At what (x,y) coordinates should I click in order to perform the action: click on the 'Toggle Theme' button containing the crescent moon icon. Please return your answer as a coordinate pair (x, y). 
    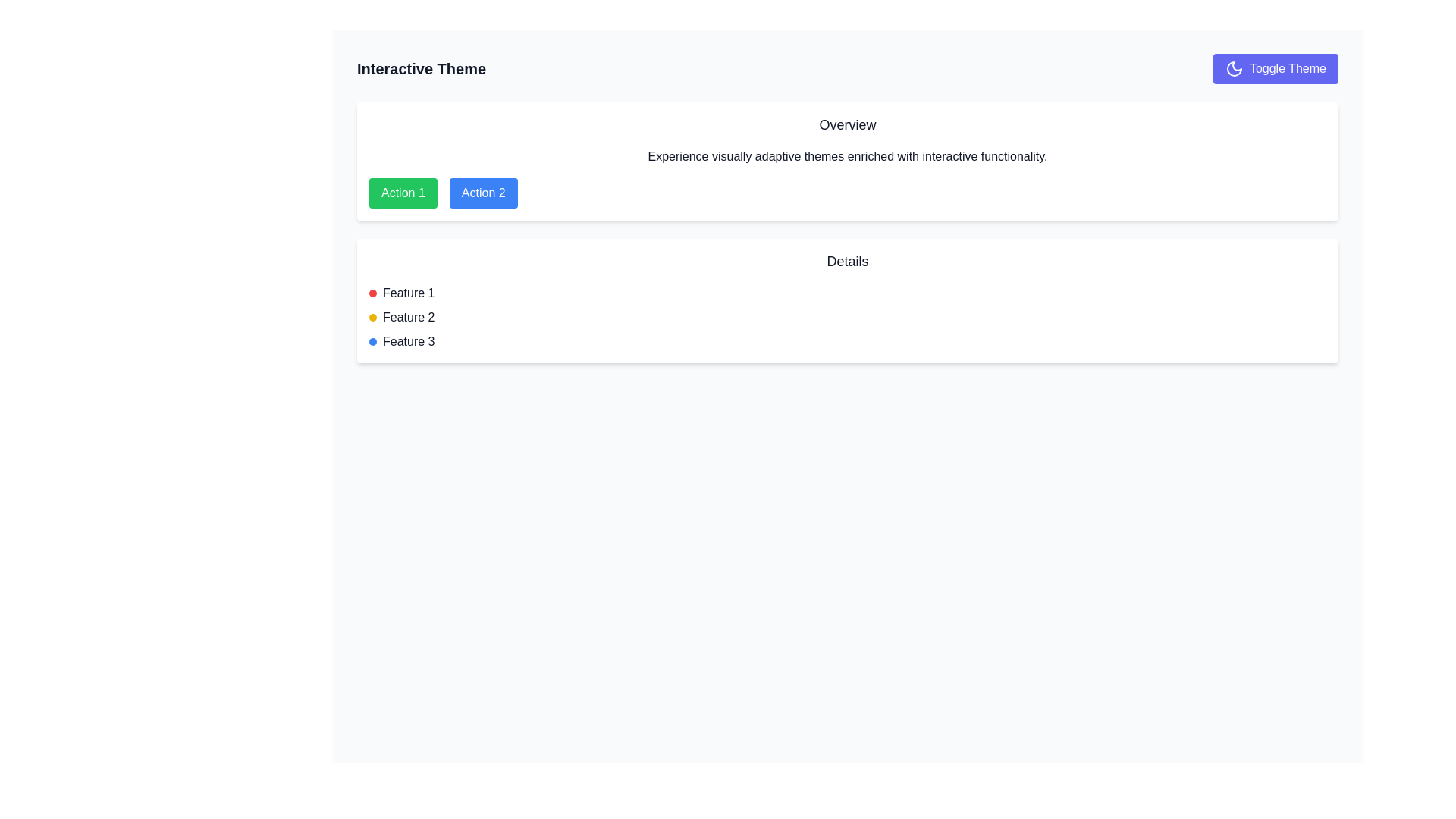
    Looking at the image, I should click on (1234, 69).